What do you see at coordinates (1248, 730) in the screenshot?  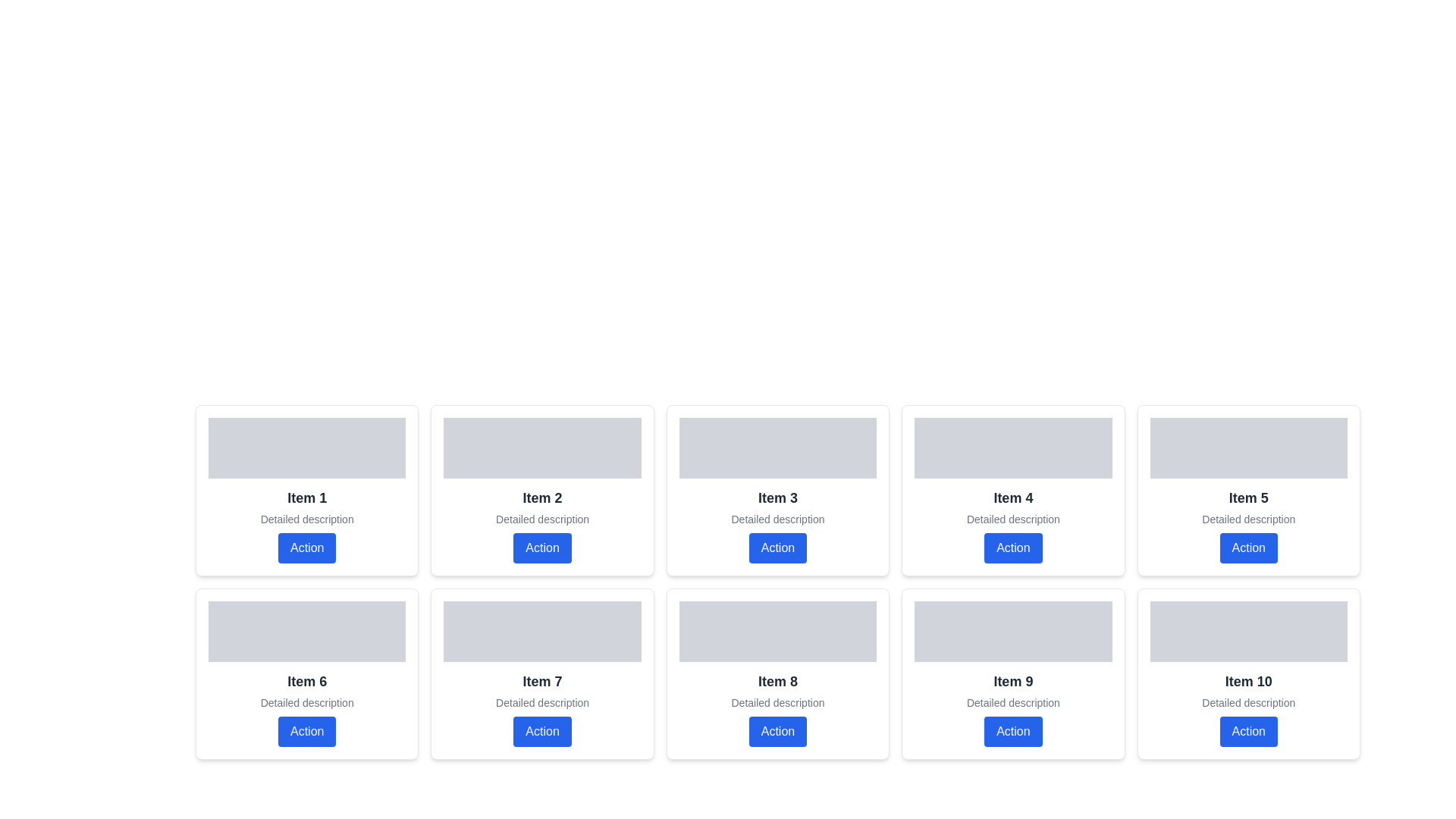 I see `the rectangular button with a blue background and white text labeled 'Action' located within the 'Item 10' card, below the 'Detailed description.'` at bounding box center [1248, 730].